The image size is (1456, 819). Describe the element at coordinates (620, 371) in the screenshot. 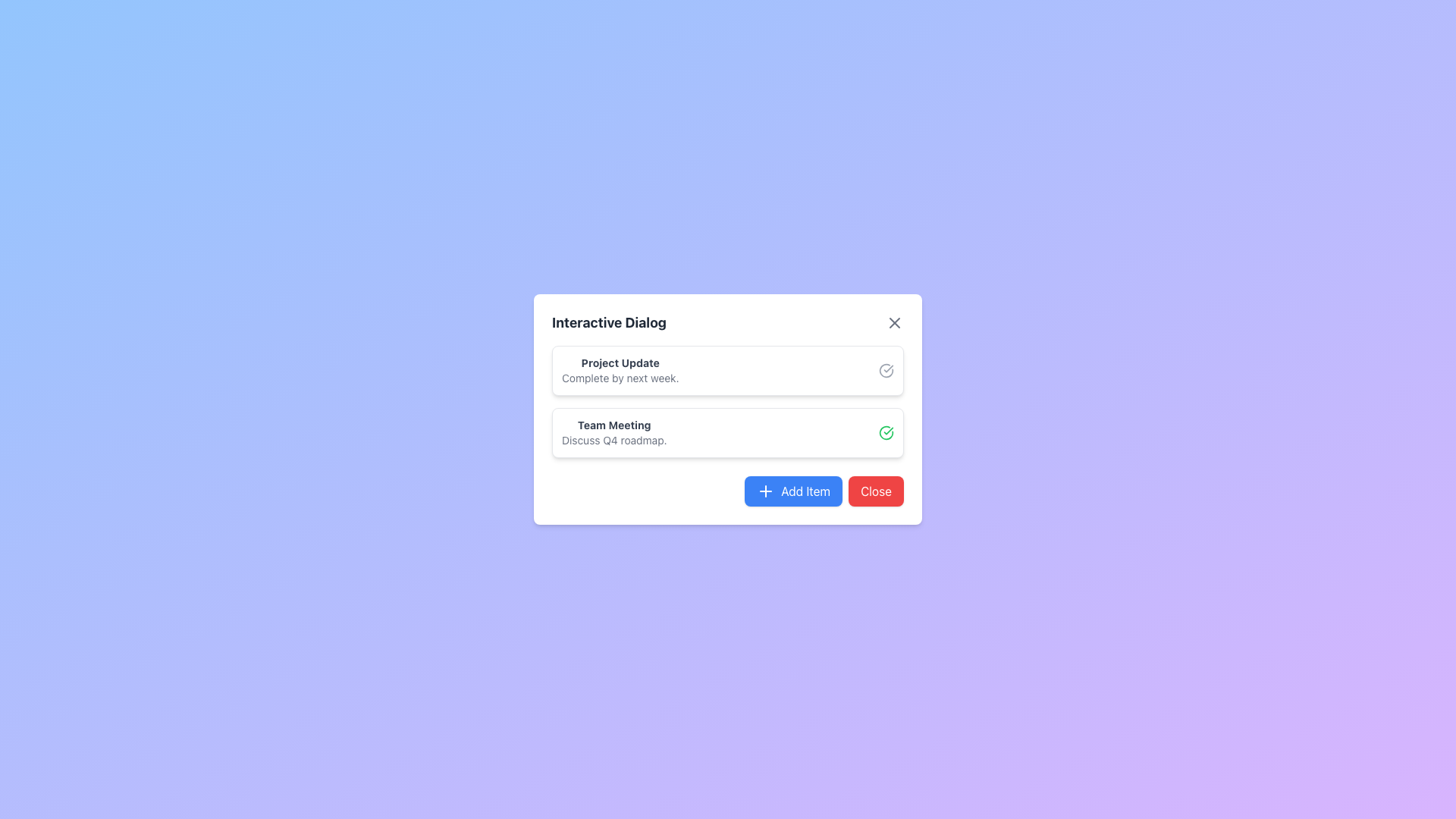

I see `text content from the first content block in the 'Interactive Dialog' that includes a heading and a subtext deadline, situated above the 'Team Meeting' block` at that location.